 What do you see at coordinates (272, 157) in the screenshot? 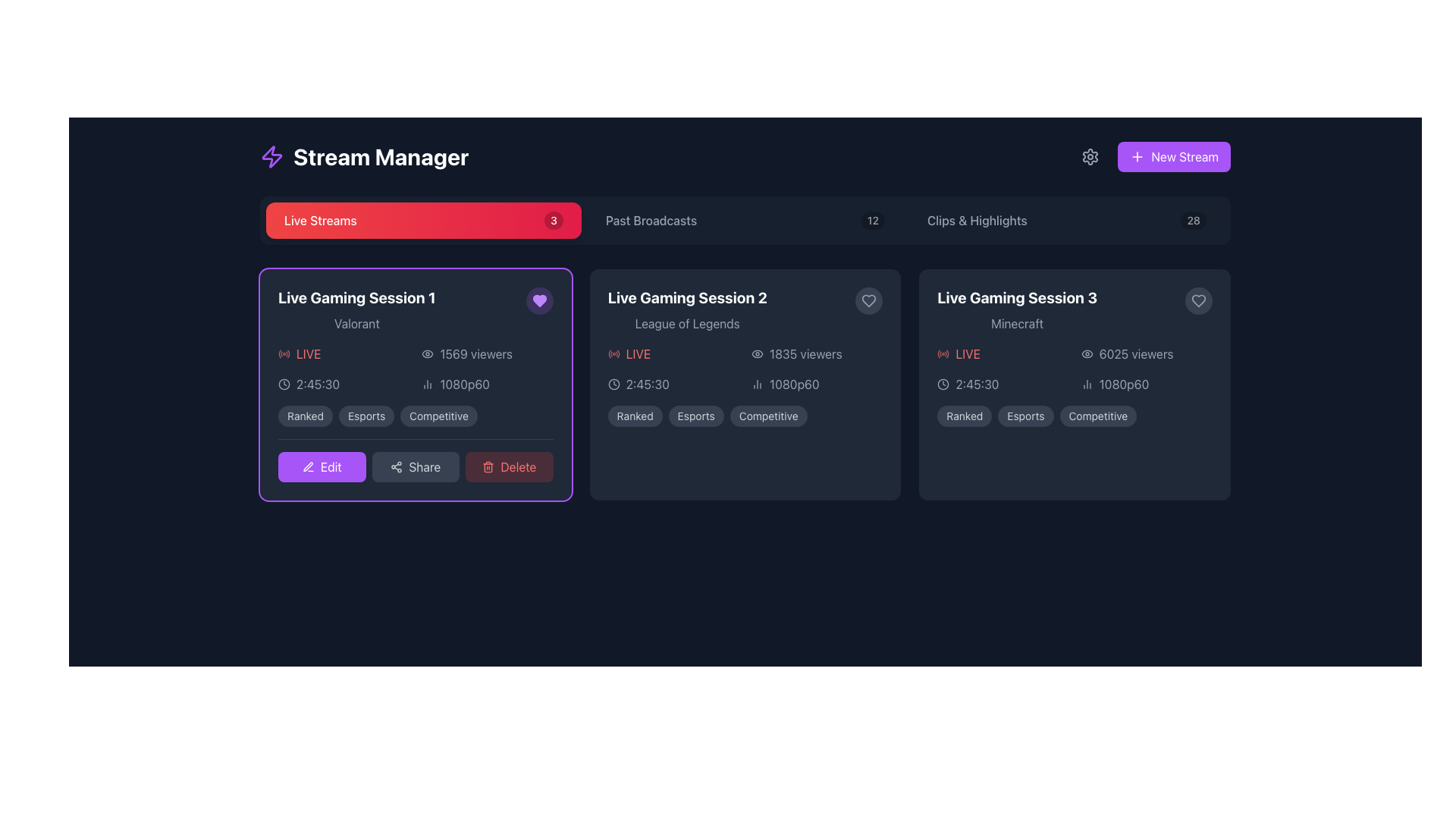
I see `the logo/icon located at the top-left area of the interface, next to the text 'Stream Manager', which serves as a branding element for the application` at bounding box center [272, 157].